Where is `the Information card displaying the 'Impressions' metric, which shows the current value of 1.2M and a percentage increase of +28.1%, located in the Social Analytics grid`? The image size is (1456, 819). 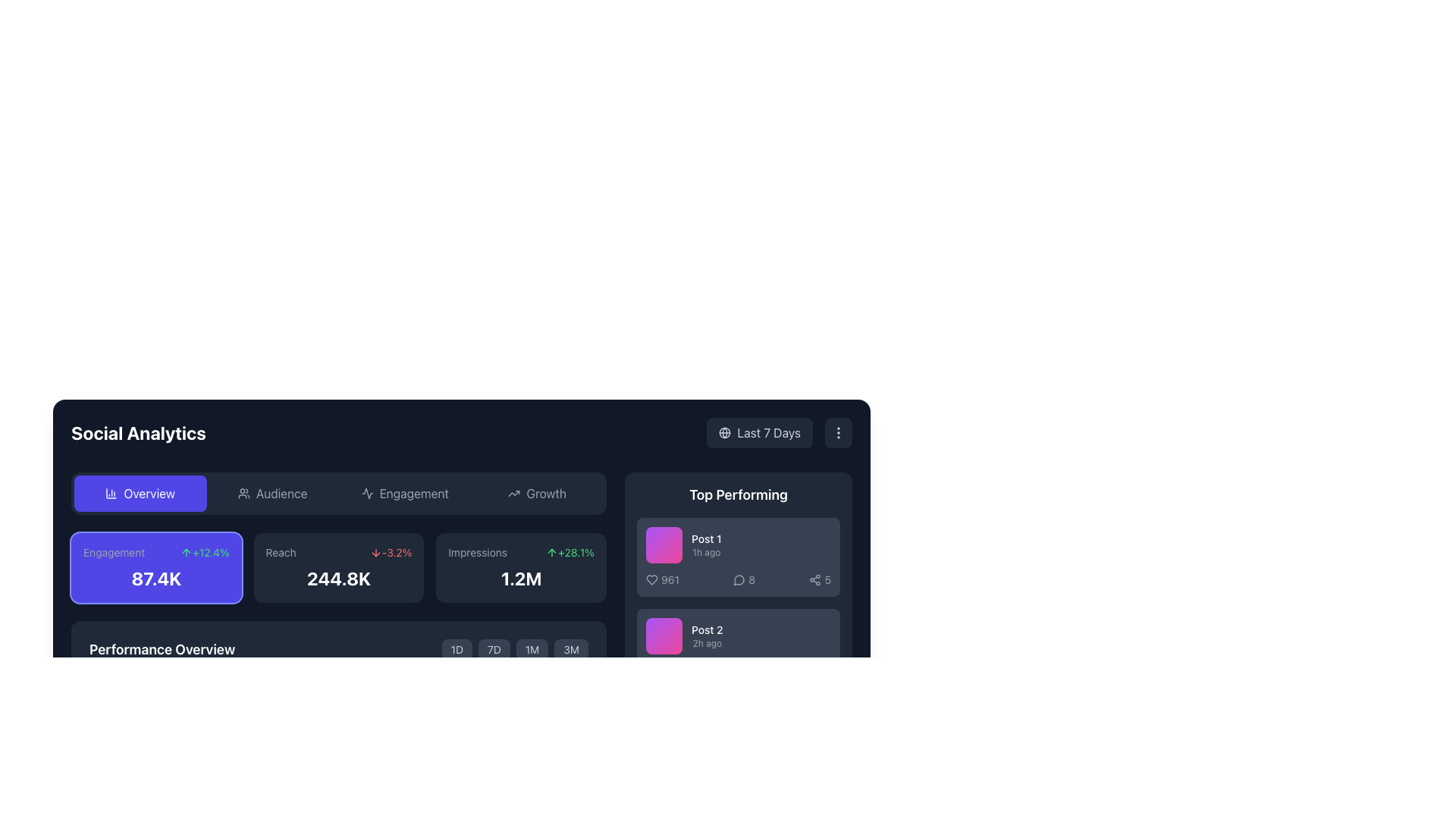 the Information card displaying the 'Impressions' metric, which shows the current value of 1.2M and a percentage increase of +28.1%, located in the Social Analytics grid is located at coordinates (521, 567).